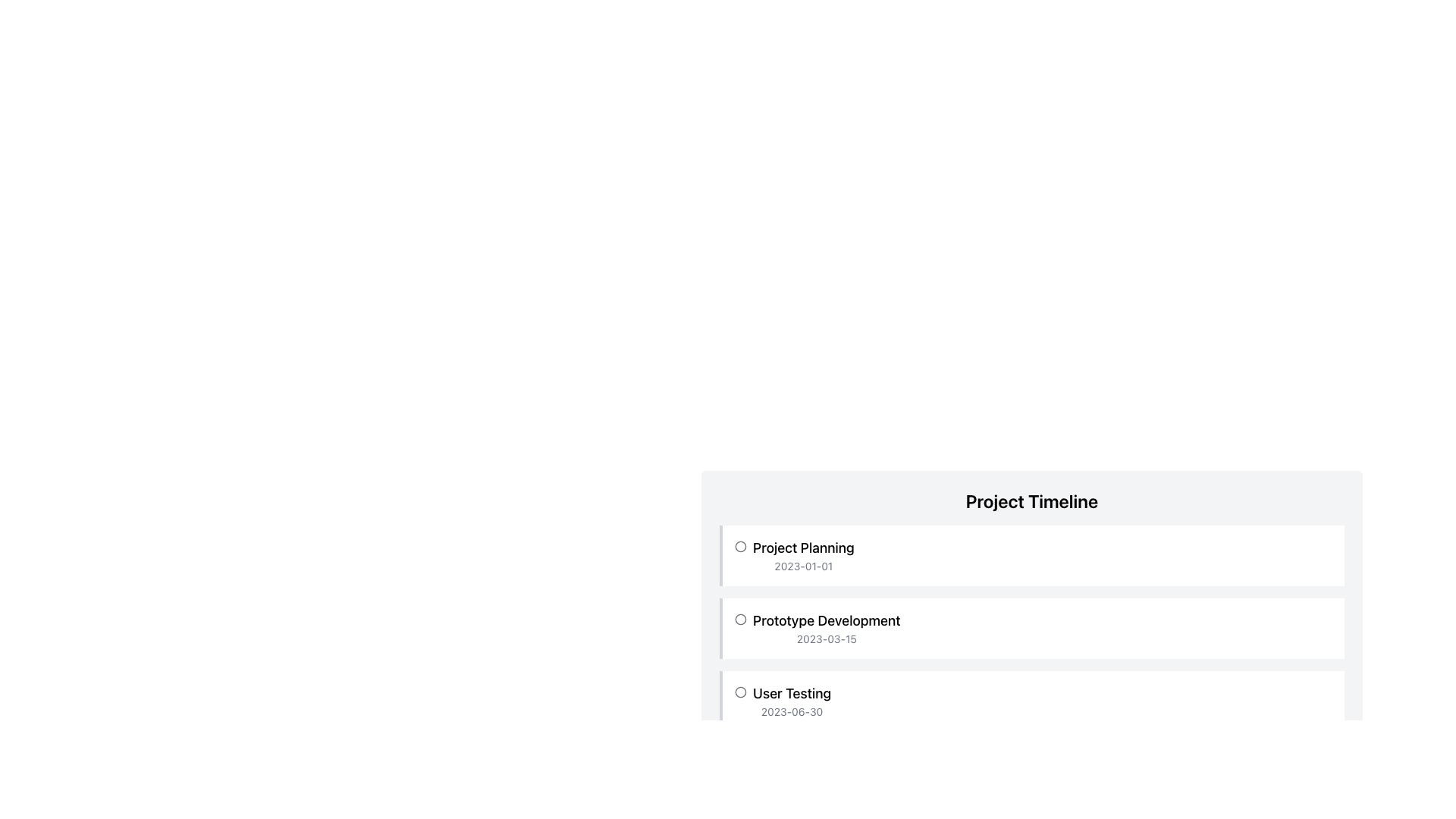 The height and width of the screenshot is (819, 1456). I want to click on the text label that informs users of the associated date linked to the 'Prototype Development' project stage, located directly below the title 'Prototype Development', so click(826, 639).